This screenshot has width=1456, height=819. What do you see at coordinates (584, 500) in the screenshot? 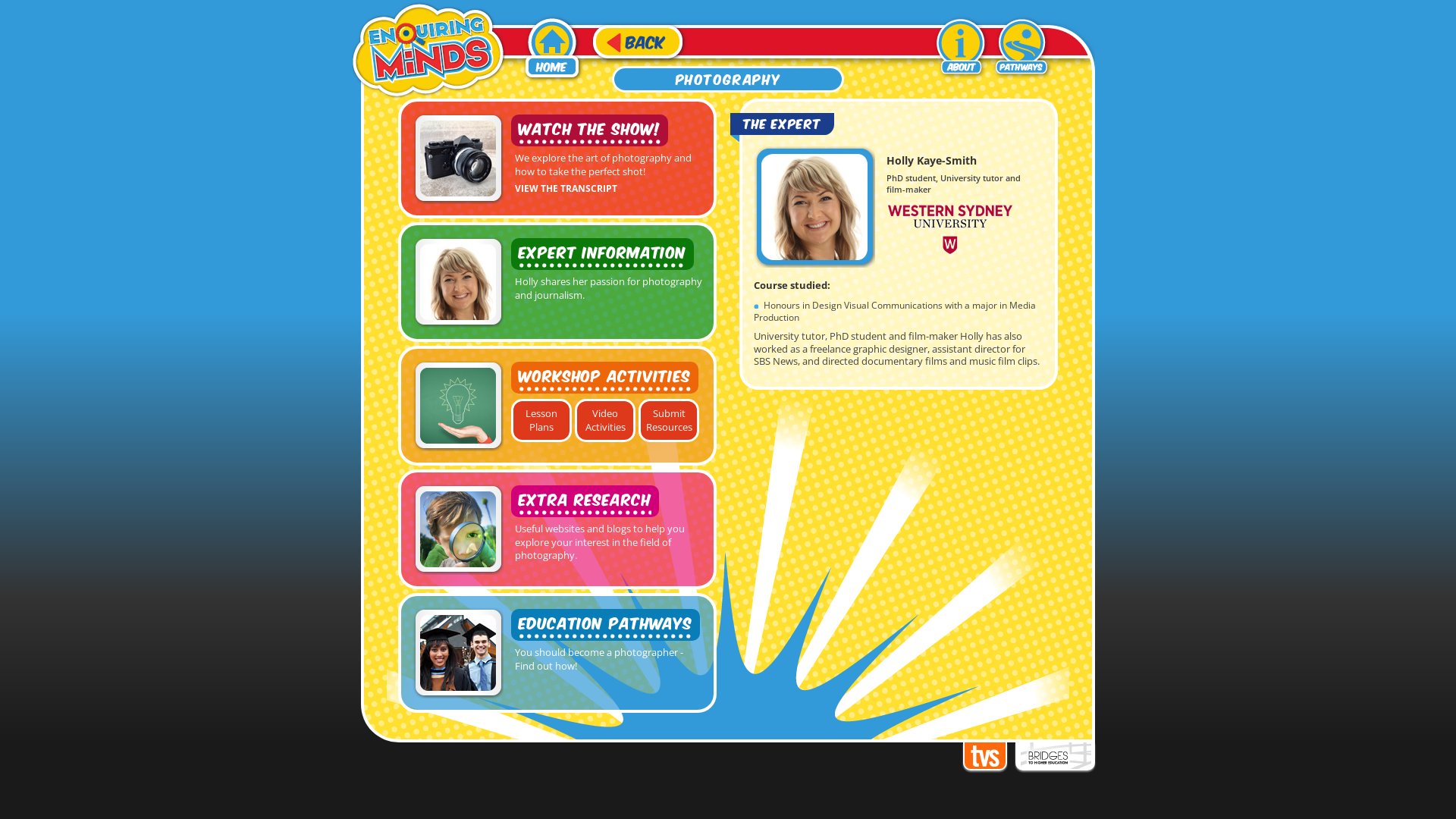
I see `'EXTRA RESEARCH'` at bounding box center [584, 500].